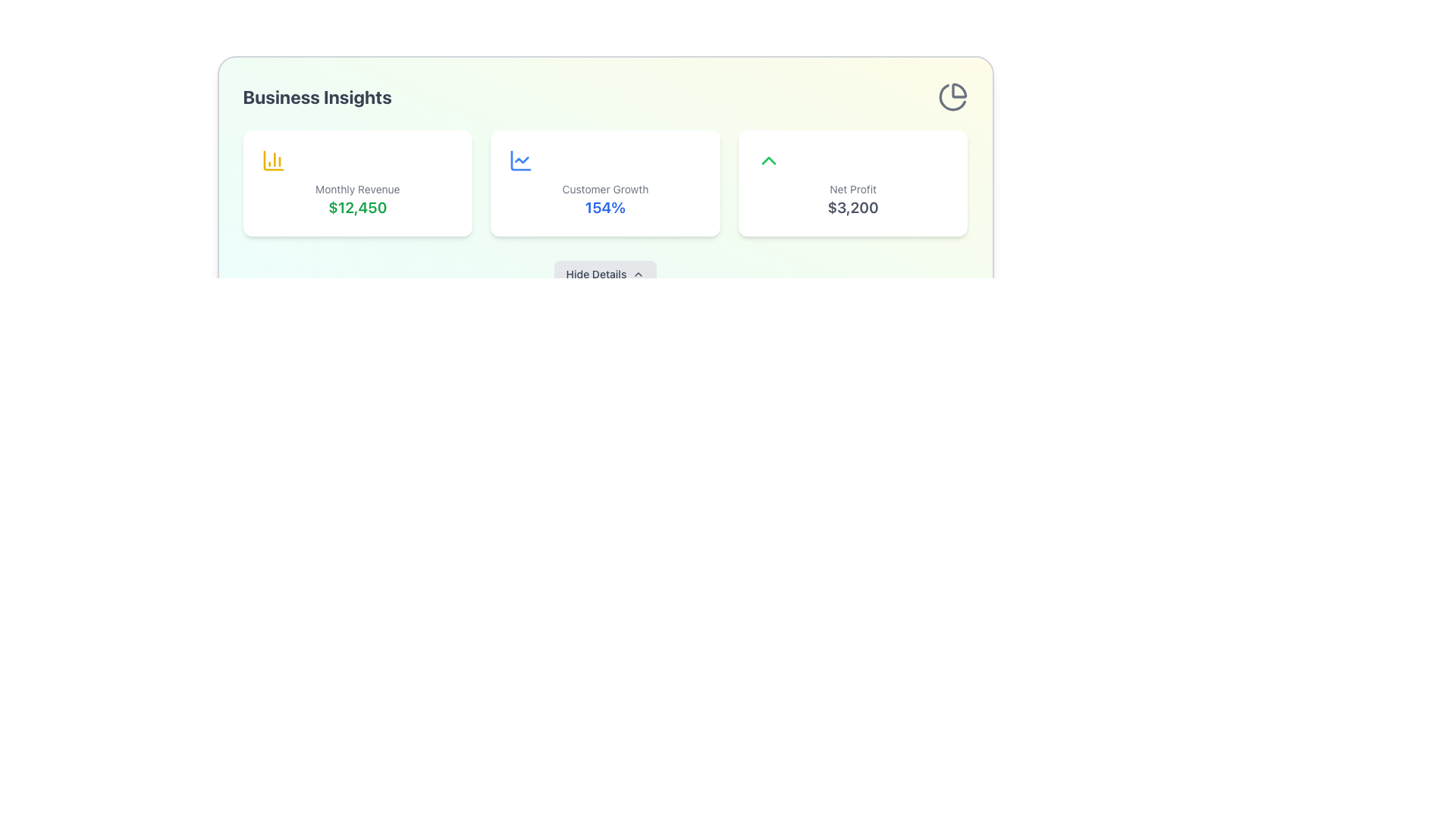 This screenshot has height=819, width=1456. Describe the element at coordinates (604, 183) in the screenshot. I see `the second card in the grid layout that displays 'Customer Growth' to interact with it if interactive options exist` at that location.